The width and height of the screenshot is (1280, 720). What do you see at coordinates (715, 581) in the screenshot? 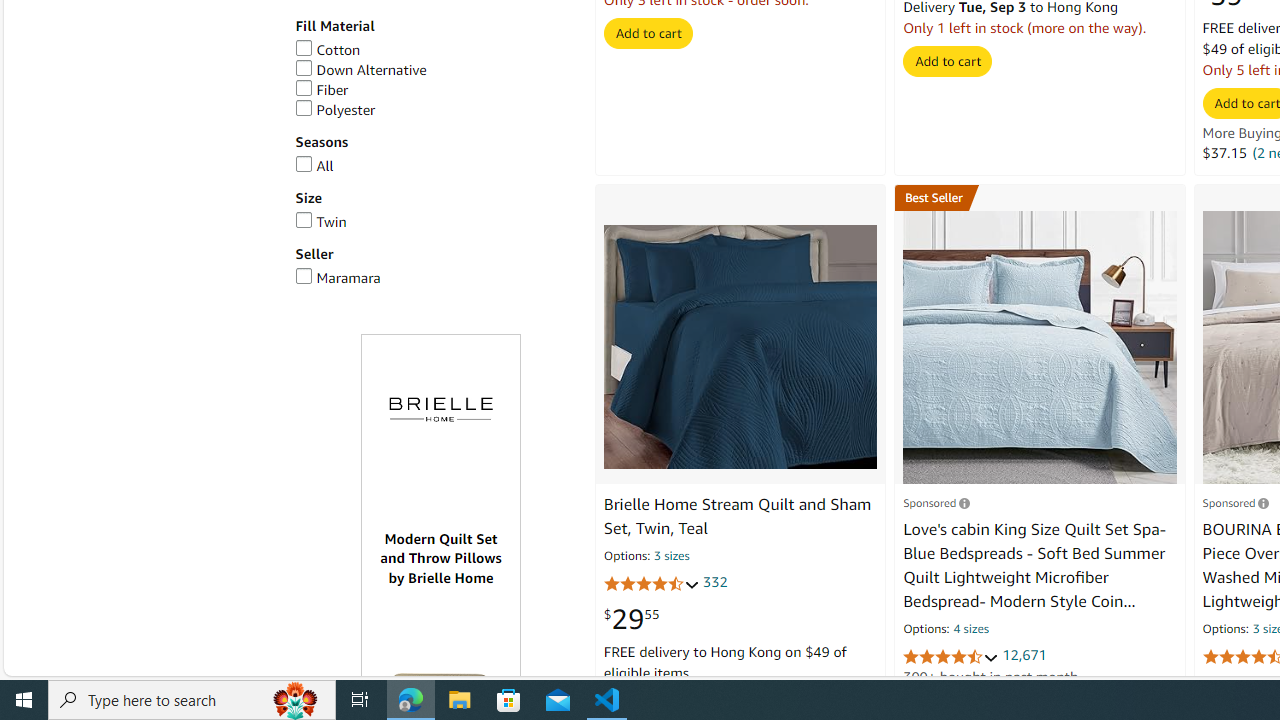
I see `'332'` at bounding box center [715, 581].